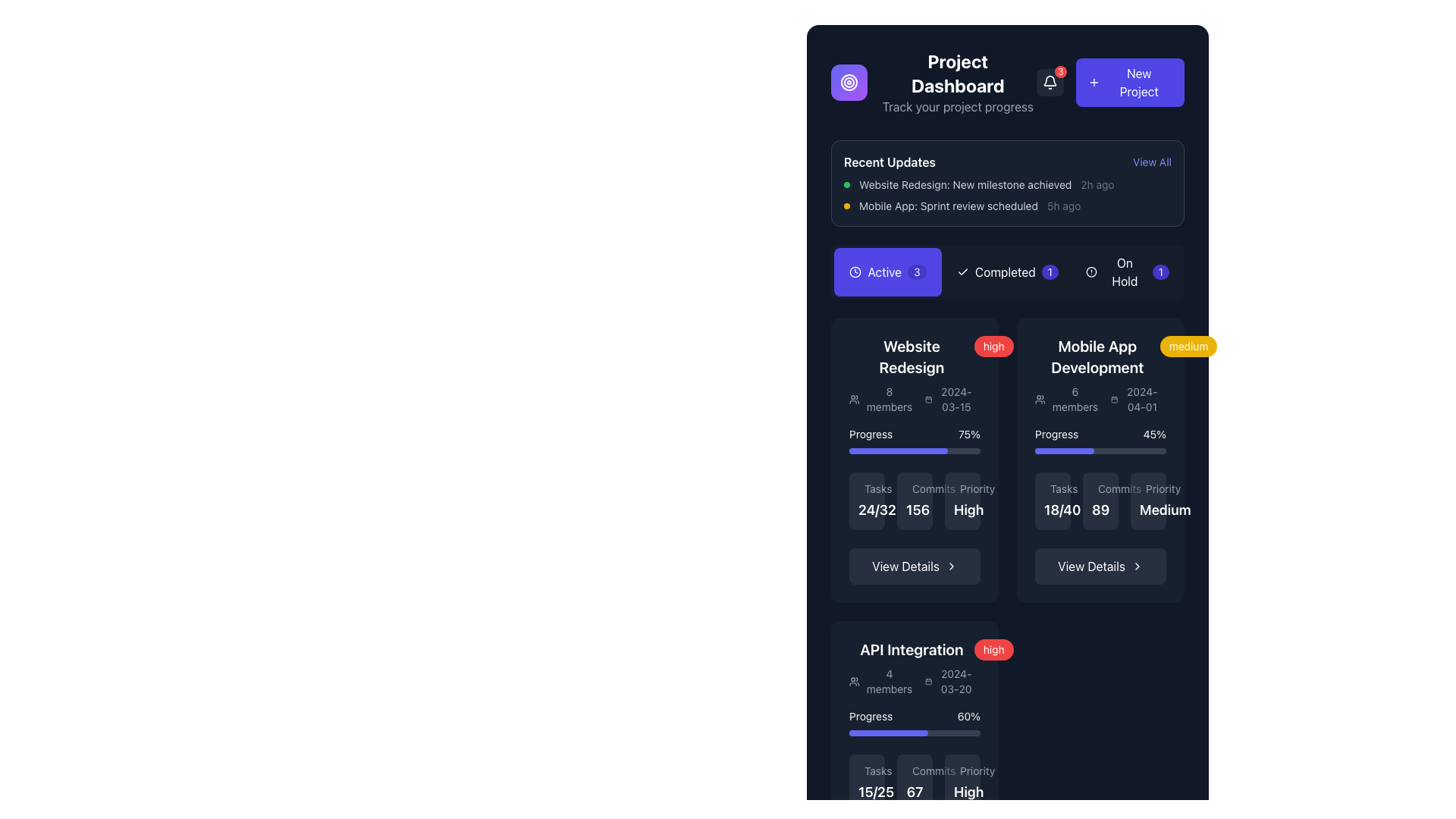  I want to click on the star-shaped SVG icon representing a rating feature, located next to the 'Priority' label that reads 'Medium' in the 'Mobile App Development' section, so click(1149, 491).